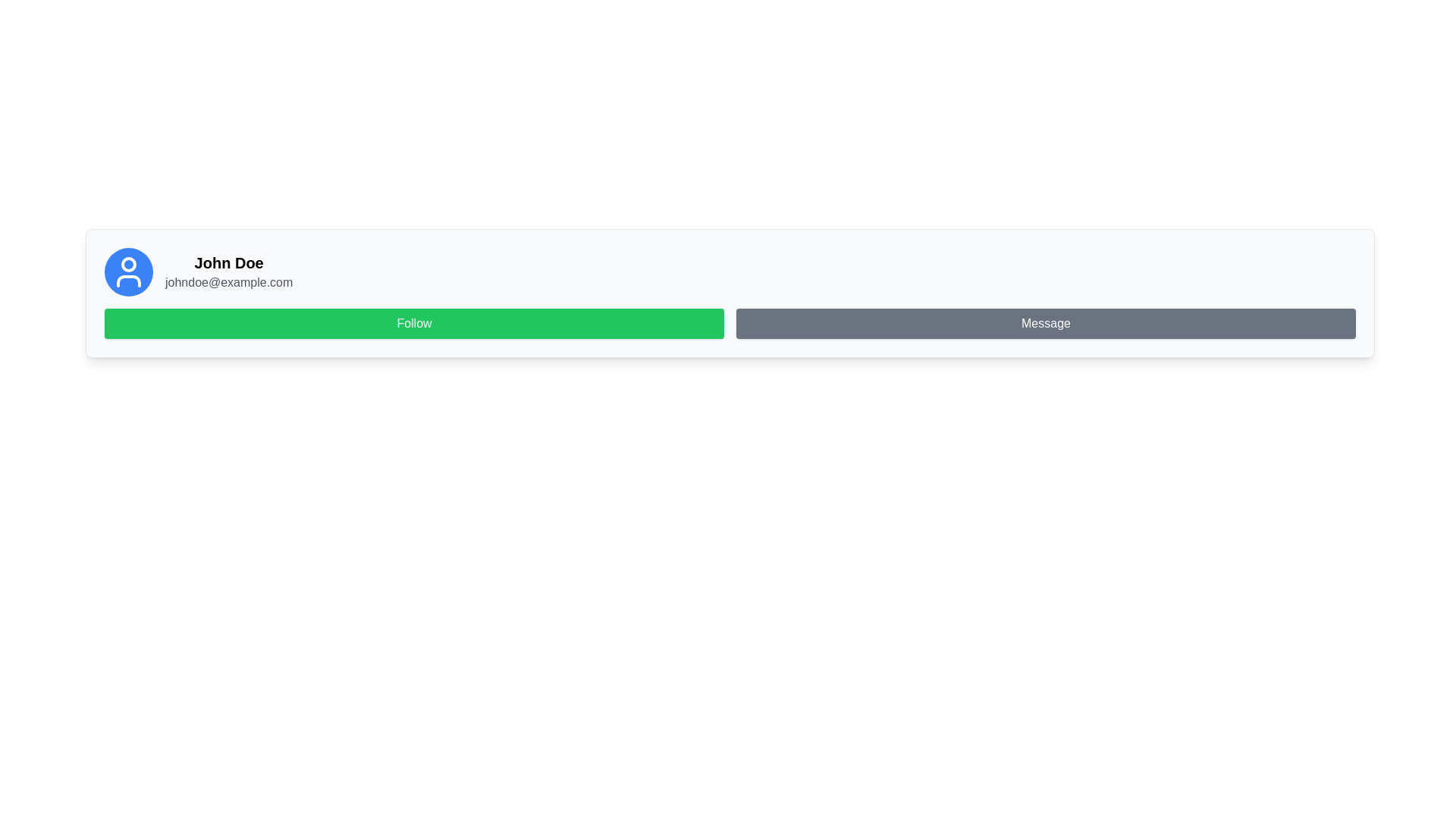  What do you see at coordinates (128, 263) in the screenshot?
I see `the small circle inside the user profile icon, which has white outlines on a blue background` at bounding box center [128, 263].